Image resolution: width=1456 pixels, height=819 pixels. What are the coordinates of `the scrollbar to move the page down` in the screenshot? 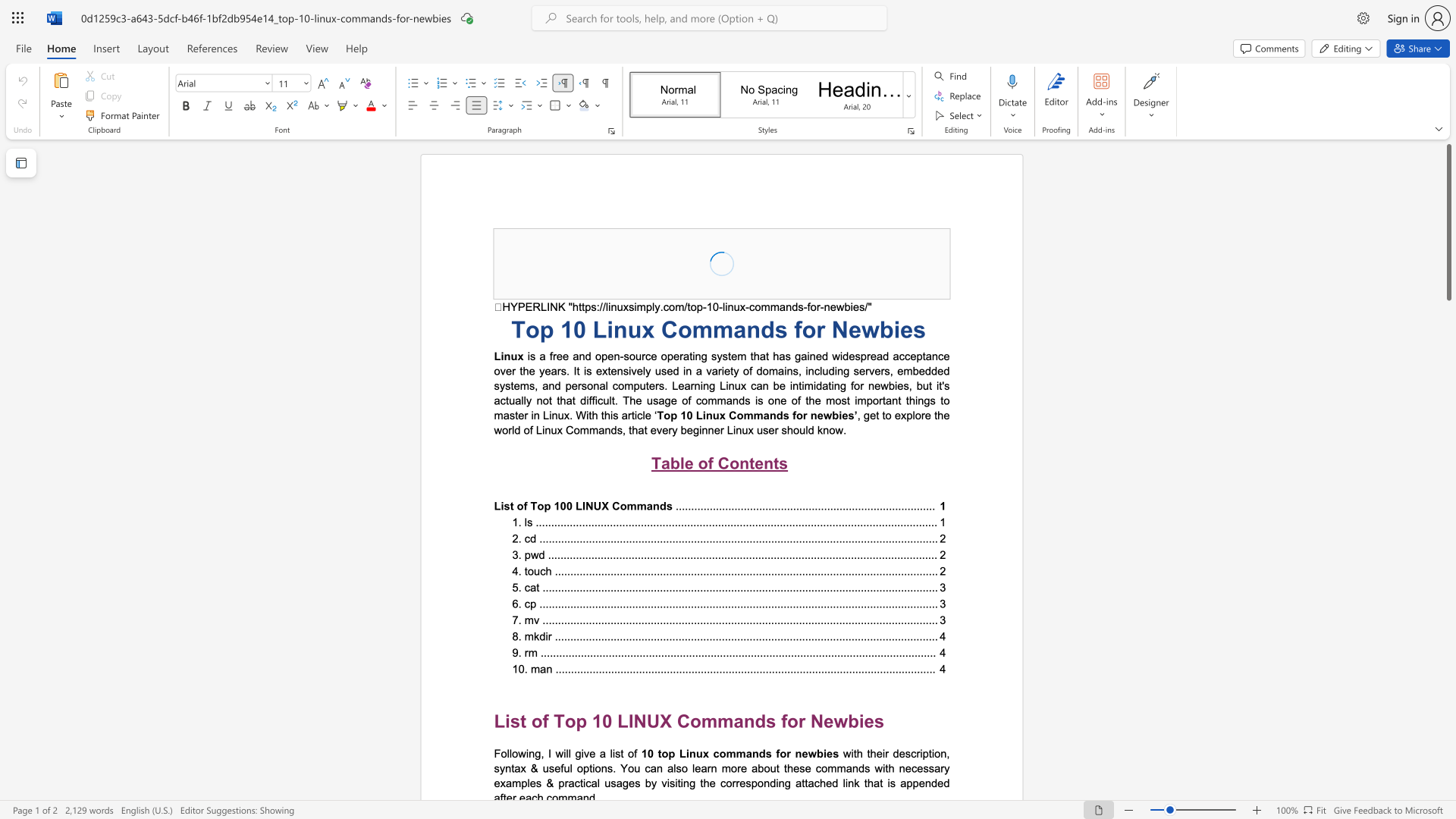 It's located at (1448, 537).